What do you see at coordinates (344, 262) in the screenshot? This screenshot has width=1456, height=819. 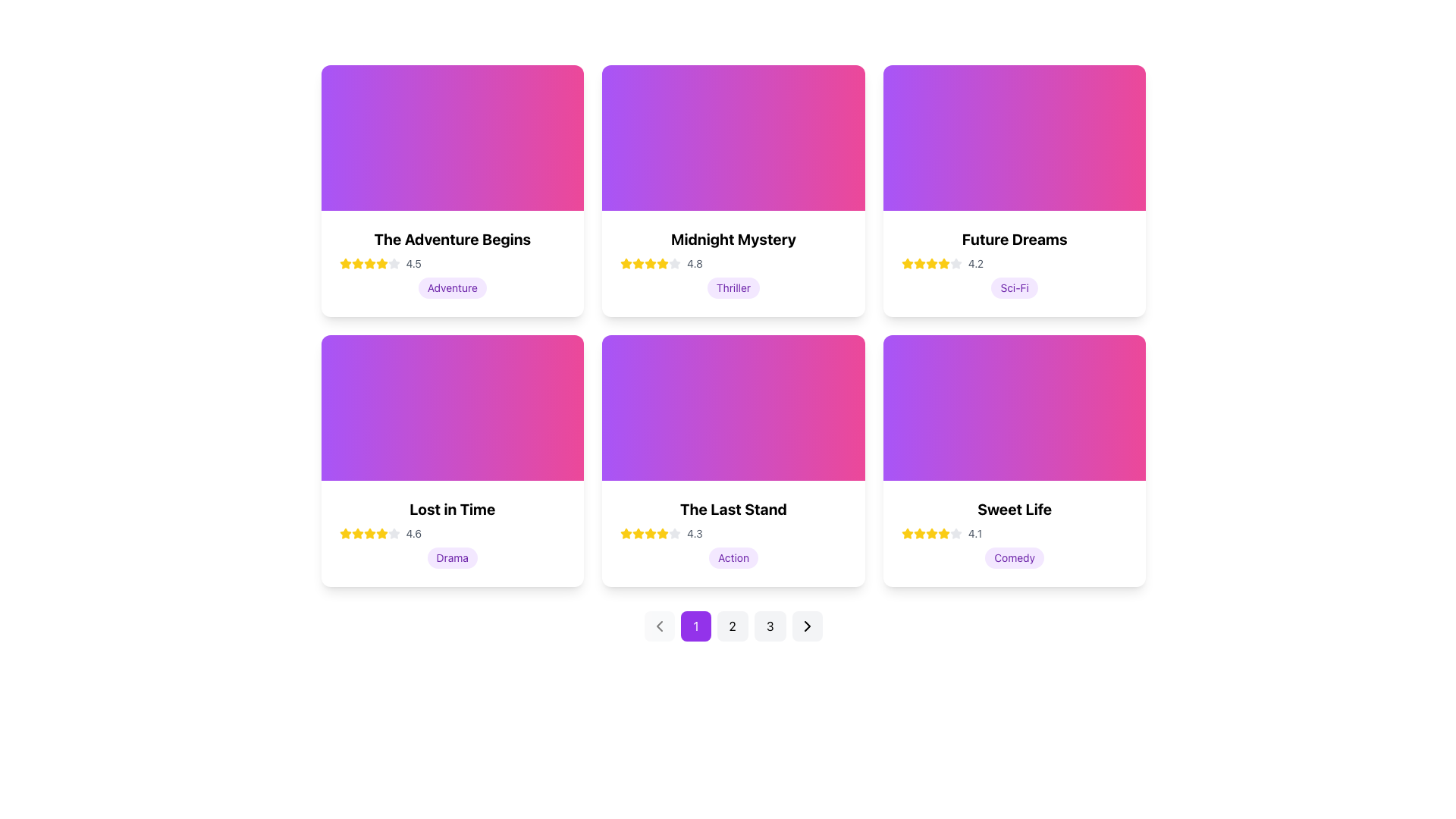 I see `the first star icon, which is yellow-filled with a border stroke, located below the title 'The Adventure Begins' to indicate the rating for the item` at bounding box center [344, 262].